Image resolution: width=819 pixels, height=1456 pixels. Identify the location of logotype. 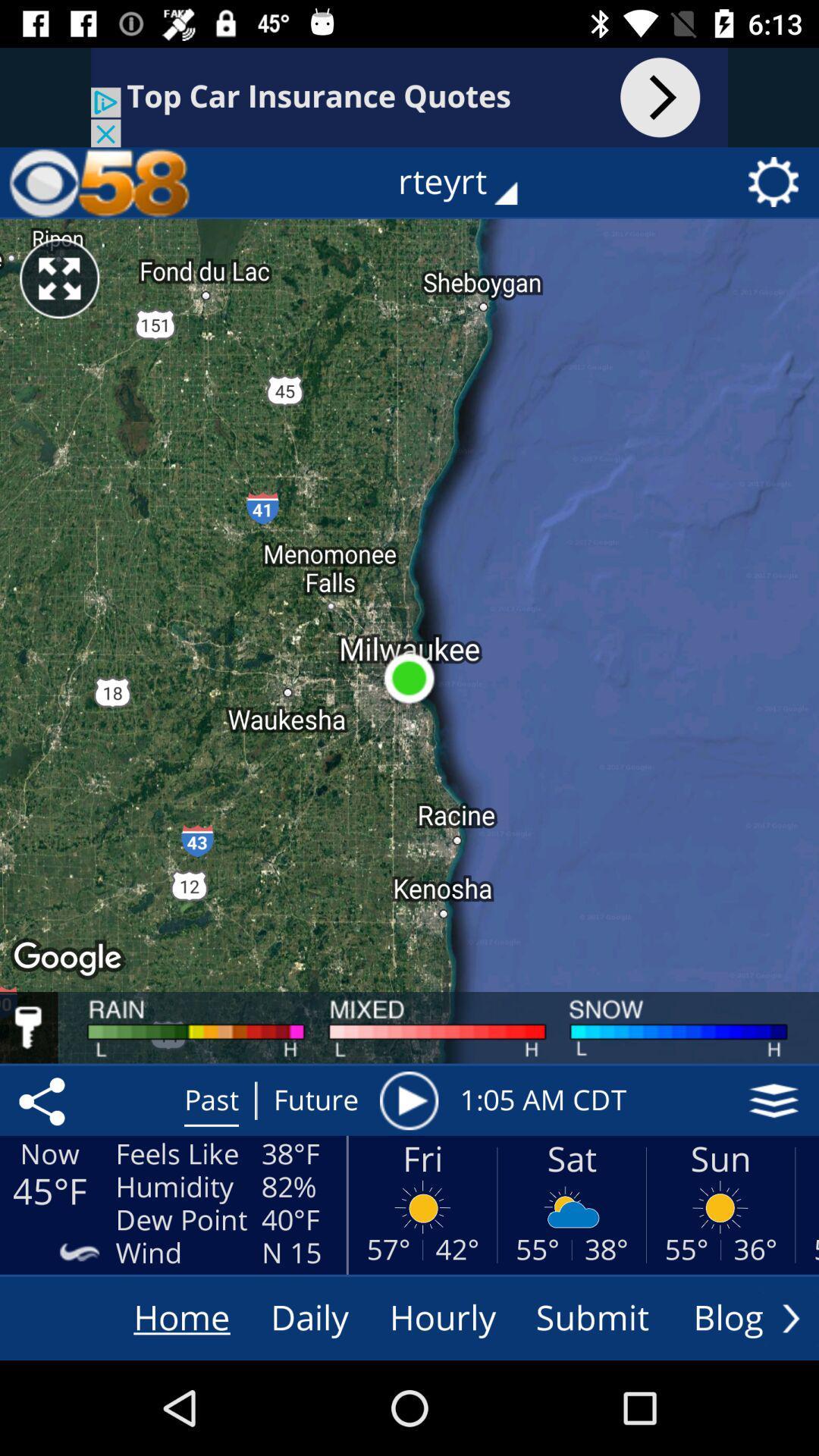
(99, 182).